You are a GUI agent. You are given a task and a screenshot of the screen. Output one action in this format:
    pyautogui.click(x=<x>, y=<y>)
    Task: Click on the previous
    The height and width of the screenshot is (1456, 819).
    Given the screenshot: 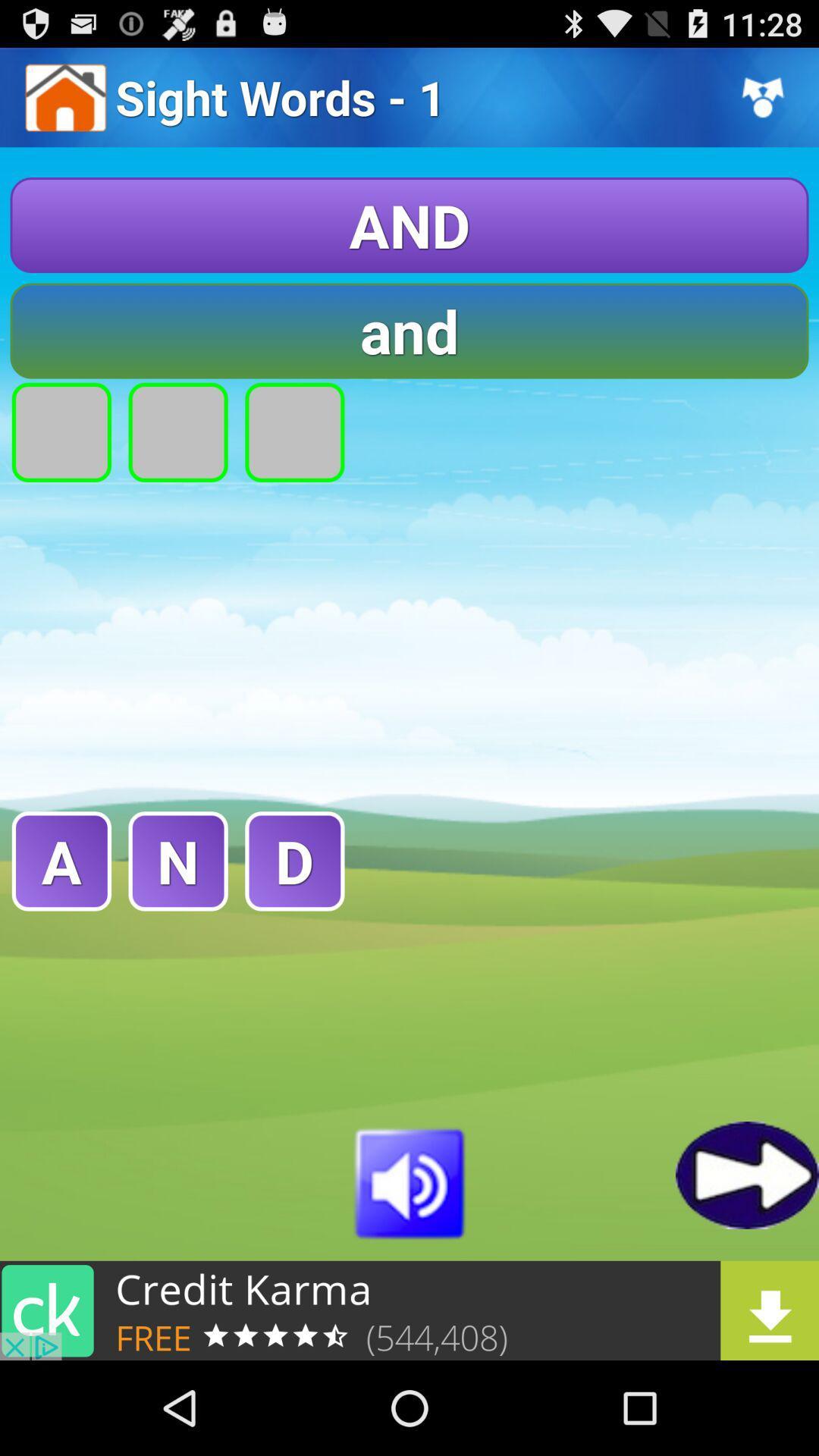 What is the action you would take?
    pyautogui.click(x=746, y=1174)
    